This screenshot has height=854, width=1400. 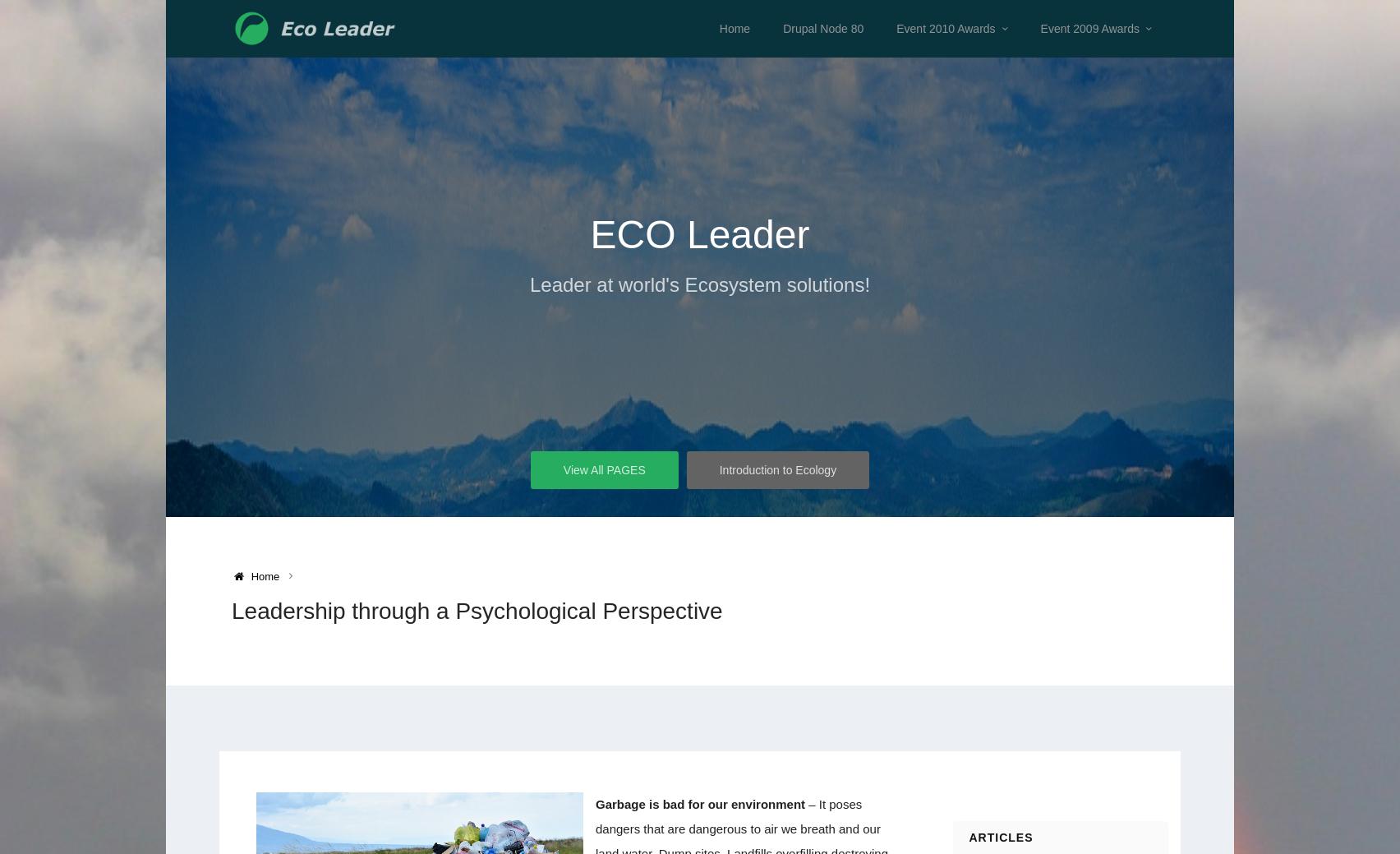 What do you see at coordinates (477, 610) in the screenshot?
I see `'Leadership through a Psychological Perspective'` at bounding box center [477, 610].